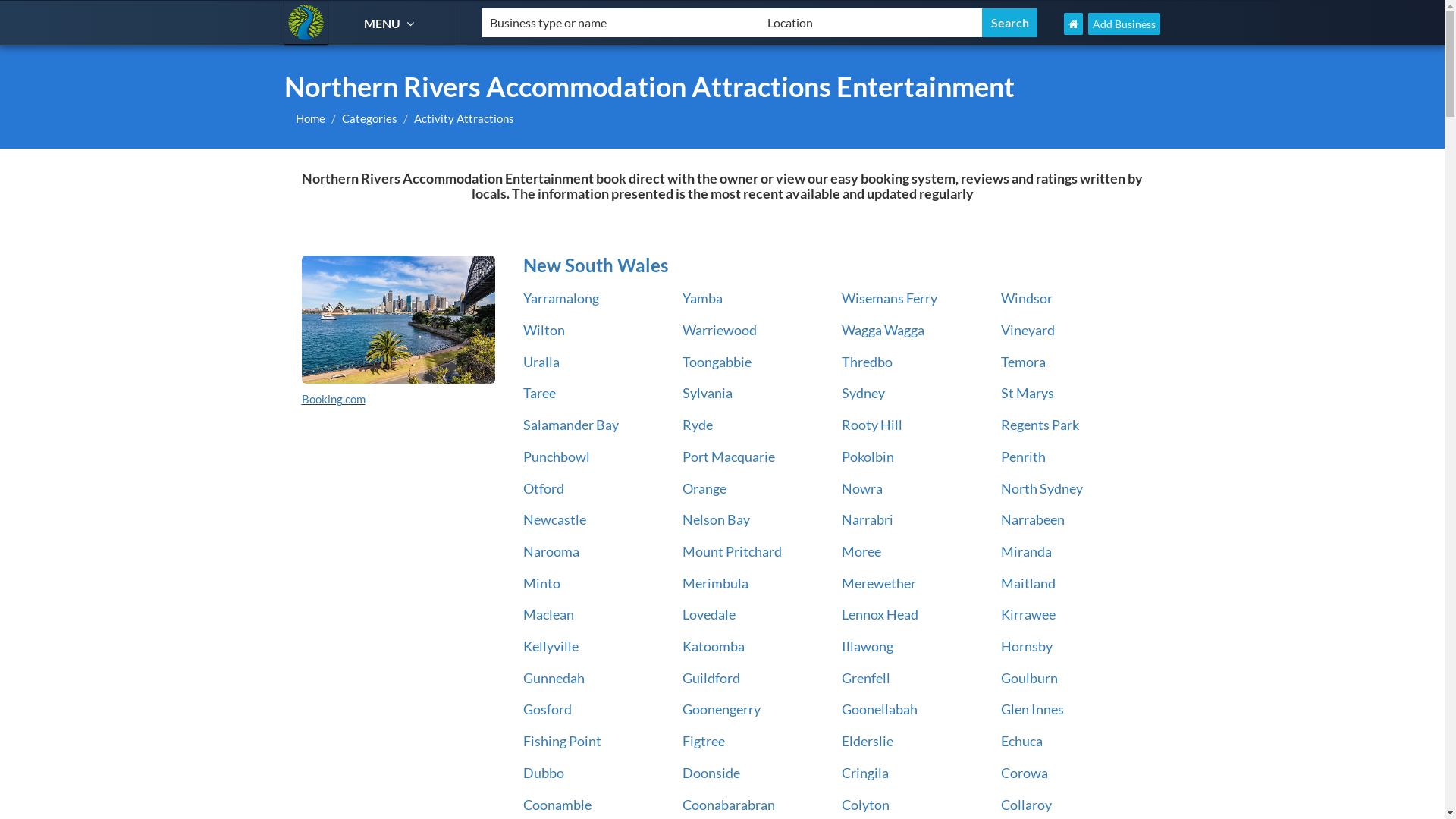  Describe the element at coordinates (868, 455) in the screenshot. I see `'Pokolbin'` at that location.